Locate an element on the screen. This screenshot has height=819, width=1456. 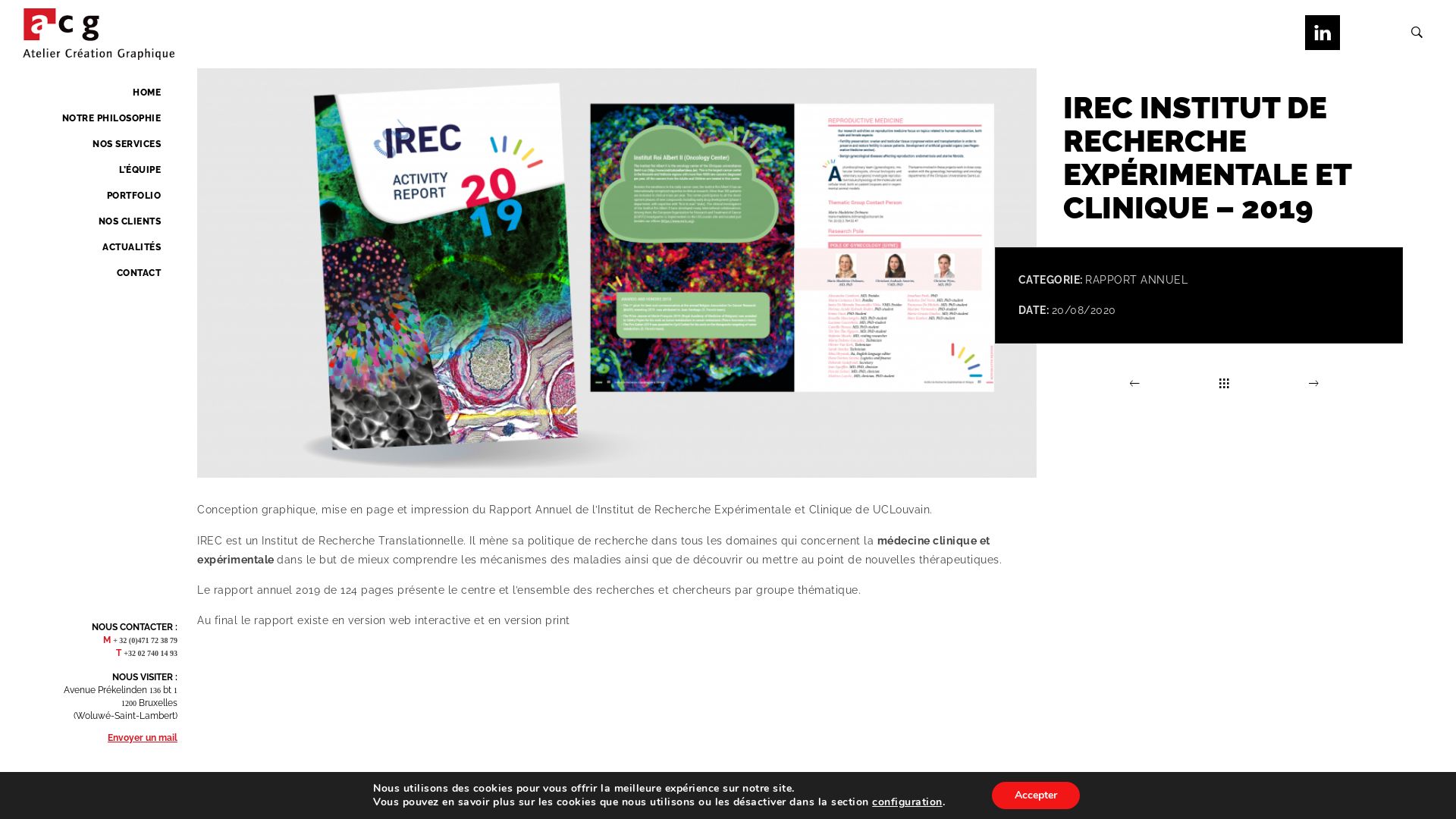
'Accepter' is located at coordinates (992, 795).